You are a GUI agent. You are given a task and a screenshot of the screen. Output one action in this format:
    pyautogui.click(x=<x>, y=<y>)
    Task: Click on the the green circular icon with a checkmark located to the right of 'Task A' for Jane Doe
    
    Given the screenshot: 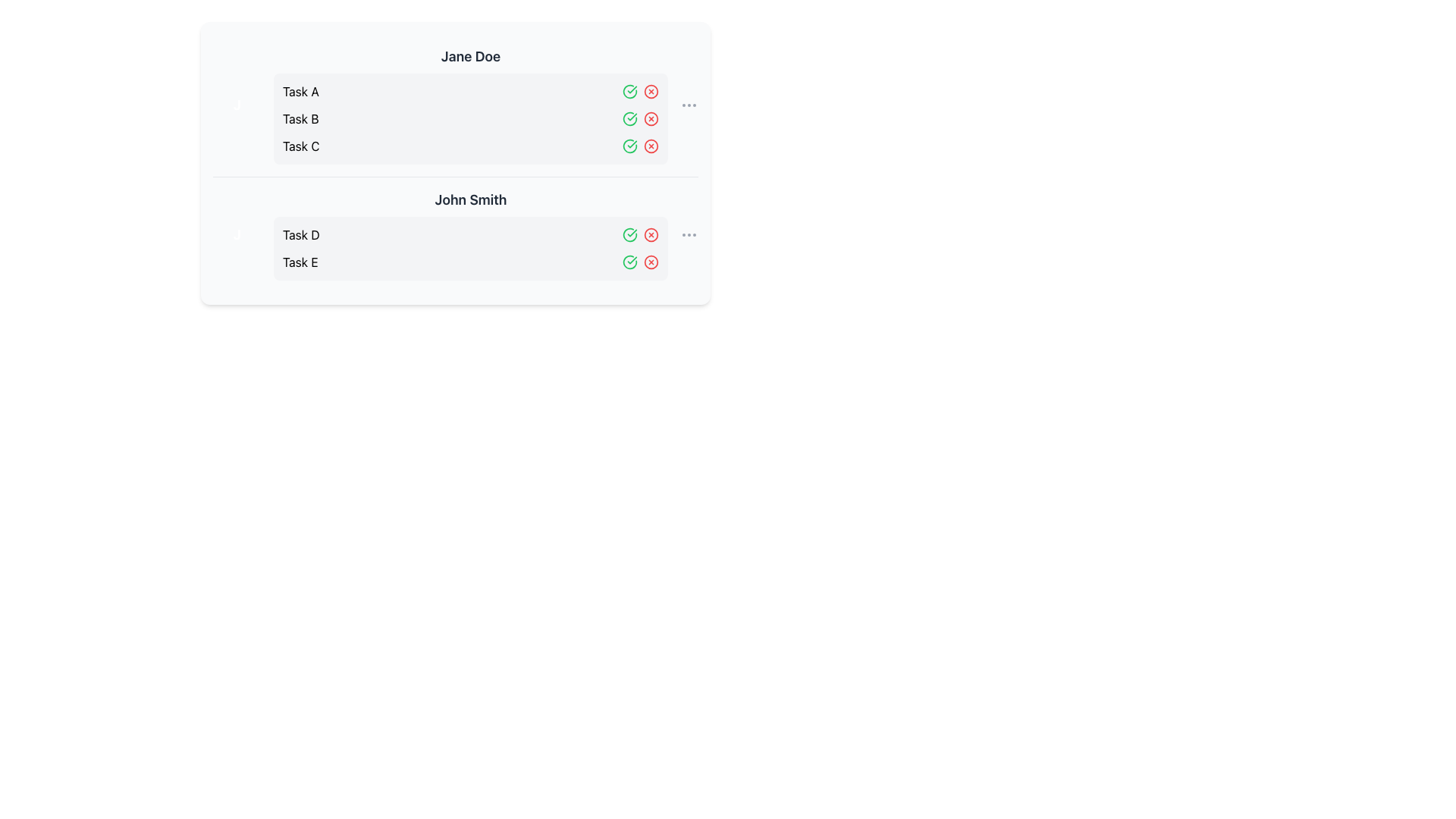 What is the action you would take?
    pyautogui.click(x=629, y=146)
    